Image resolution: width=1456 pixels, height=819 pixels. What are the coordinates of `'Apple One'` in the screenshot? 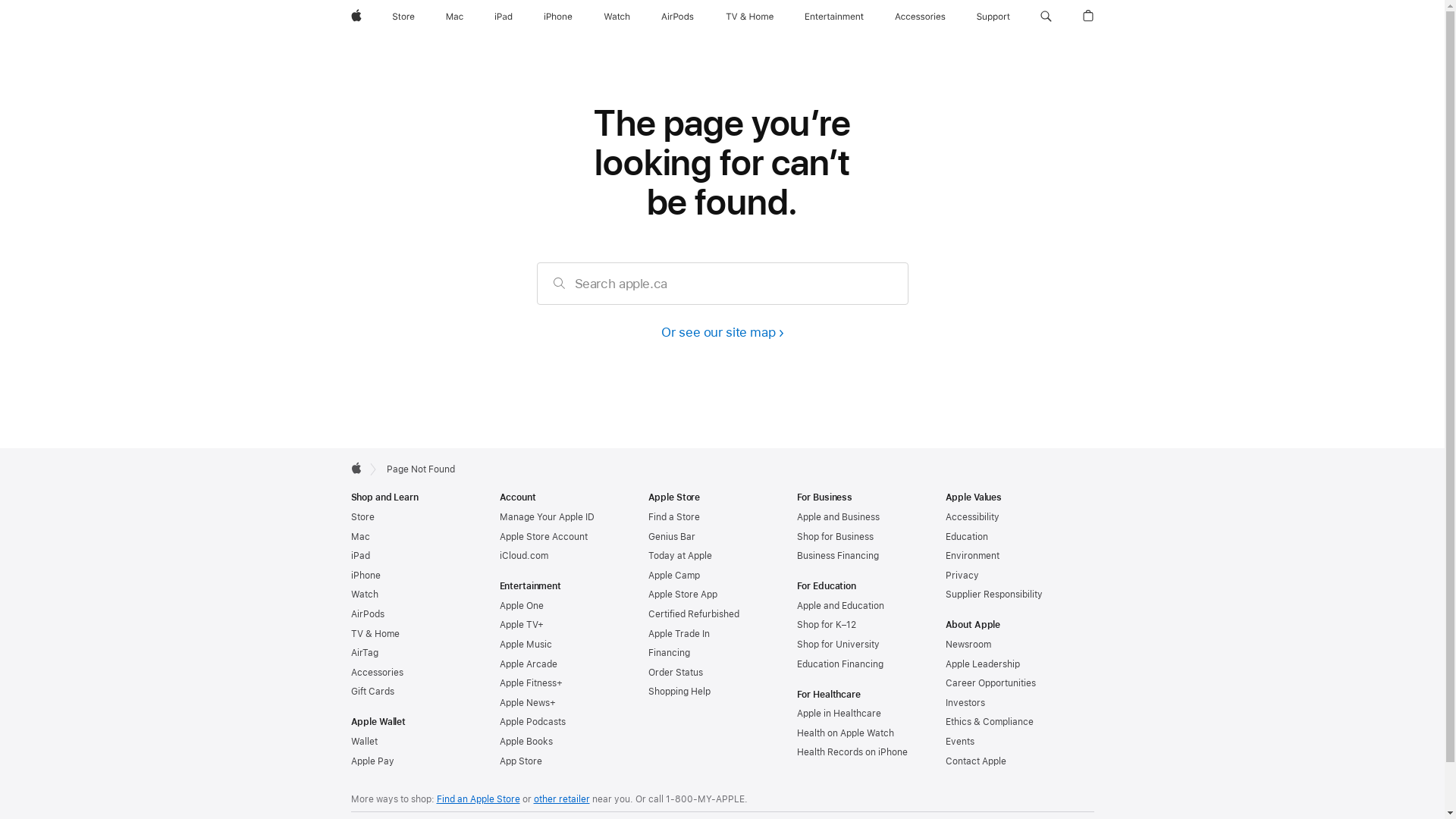 It's located at (498, 604).